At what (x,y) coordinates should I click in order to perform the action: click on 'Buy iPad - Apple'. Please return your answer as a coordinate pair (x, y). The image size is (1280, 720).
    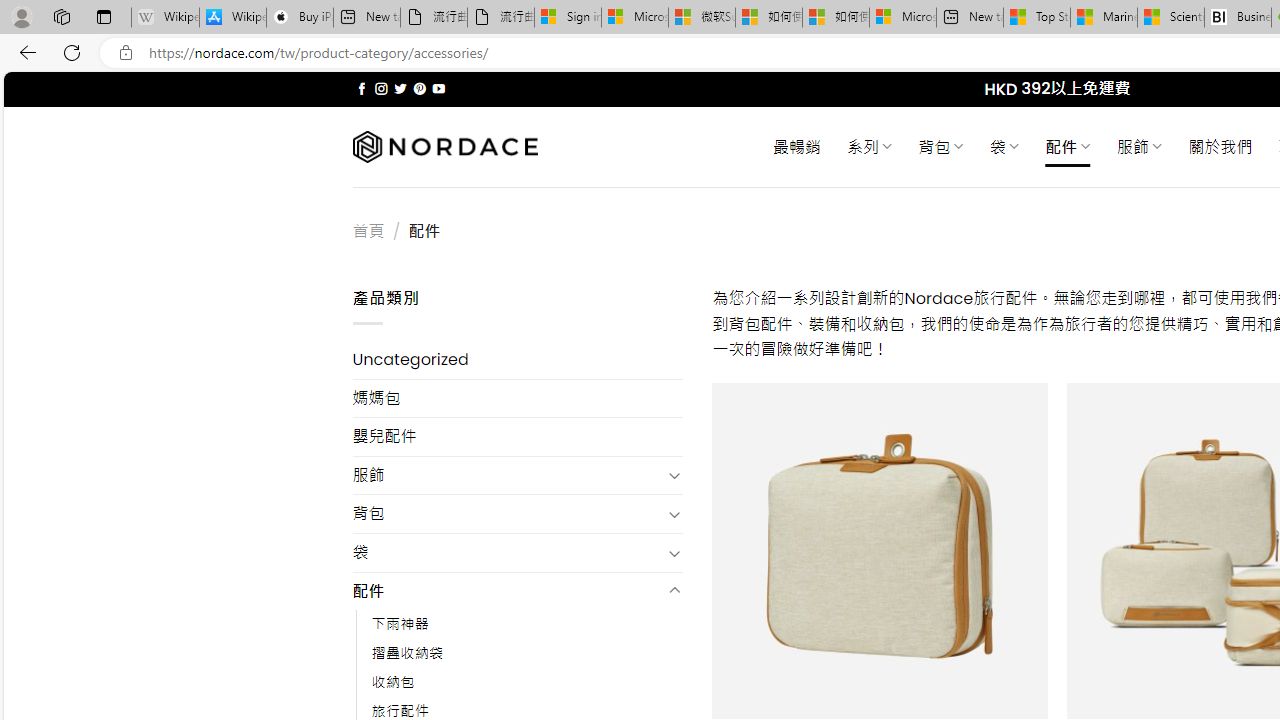
    Looking at the image, I should click on (299, 17).